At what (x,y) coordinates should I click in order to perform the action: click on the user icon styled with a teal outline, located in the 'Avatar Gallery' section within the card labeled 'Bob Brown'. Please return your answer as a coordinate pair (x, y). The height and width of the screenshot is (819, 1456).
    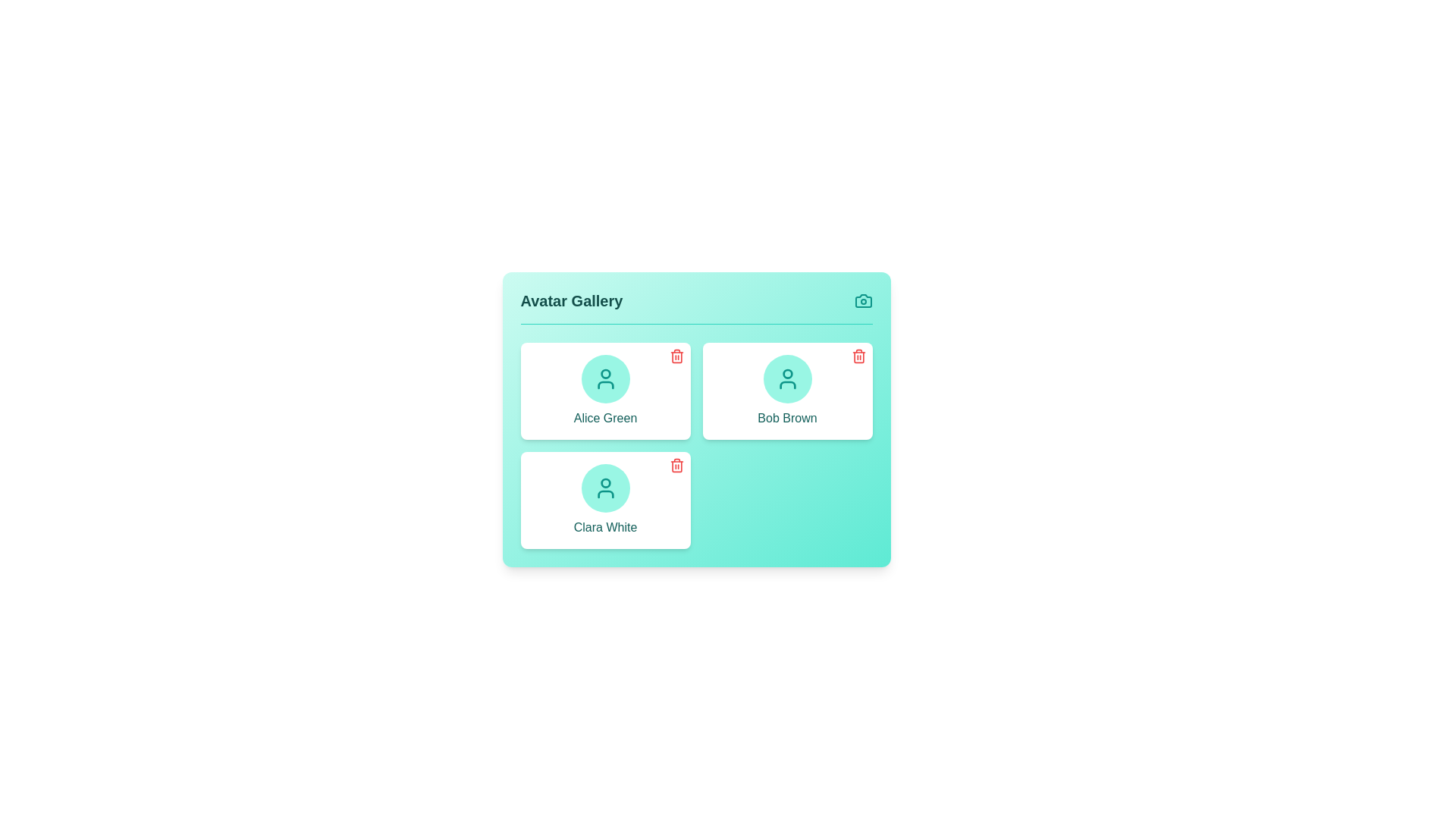
    Looking at the image, I should click on (787, 378).